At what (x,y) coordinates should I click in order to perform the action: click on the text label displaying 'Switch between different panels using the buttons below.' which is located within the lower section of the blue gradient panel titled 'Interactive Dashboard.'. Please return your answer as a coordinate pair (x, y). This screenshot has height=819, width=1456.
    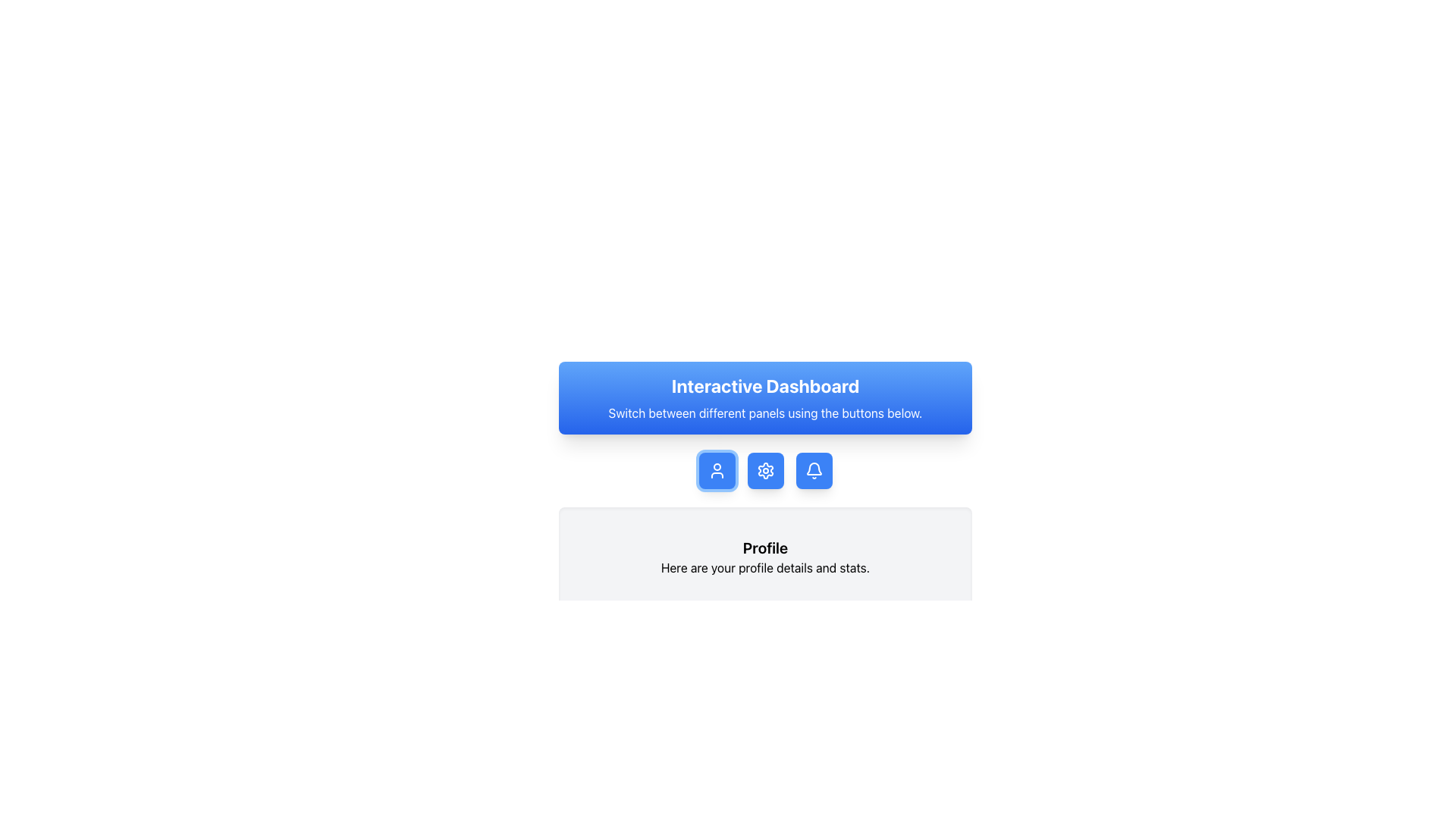
    Looking at the image, I should click on (765, 413).